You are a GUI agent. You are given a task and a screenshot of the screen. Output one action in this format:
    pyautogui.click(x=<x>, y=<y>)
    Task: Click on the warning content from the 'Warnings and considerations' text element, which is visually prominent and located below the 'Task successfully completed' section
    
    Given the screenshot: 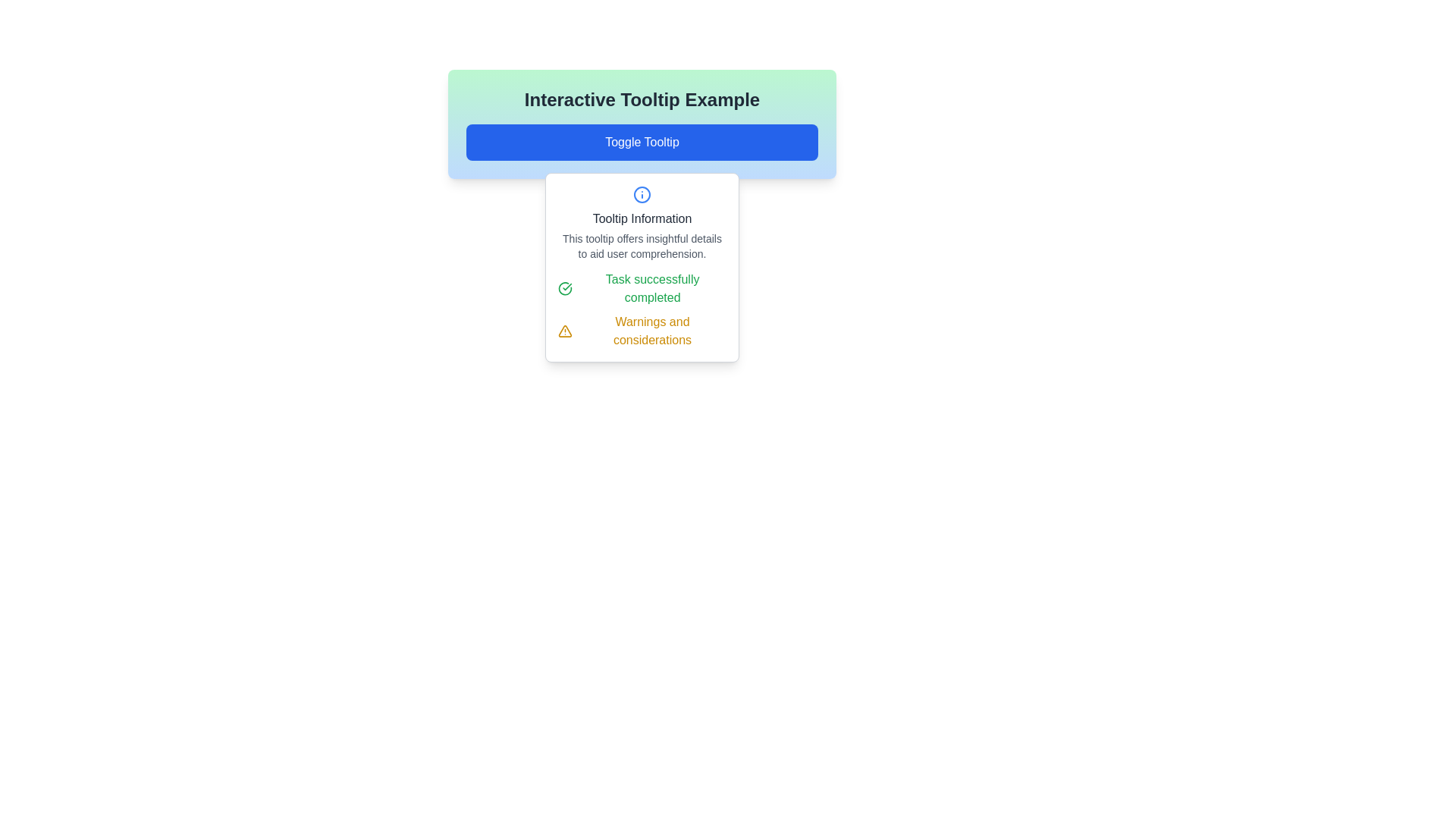 What is the action you would take?
    pyautogui.click(x=642, y=330)
    